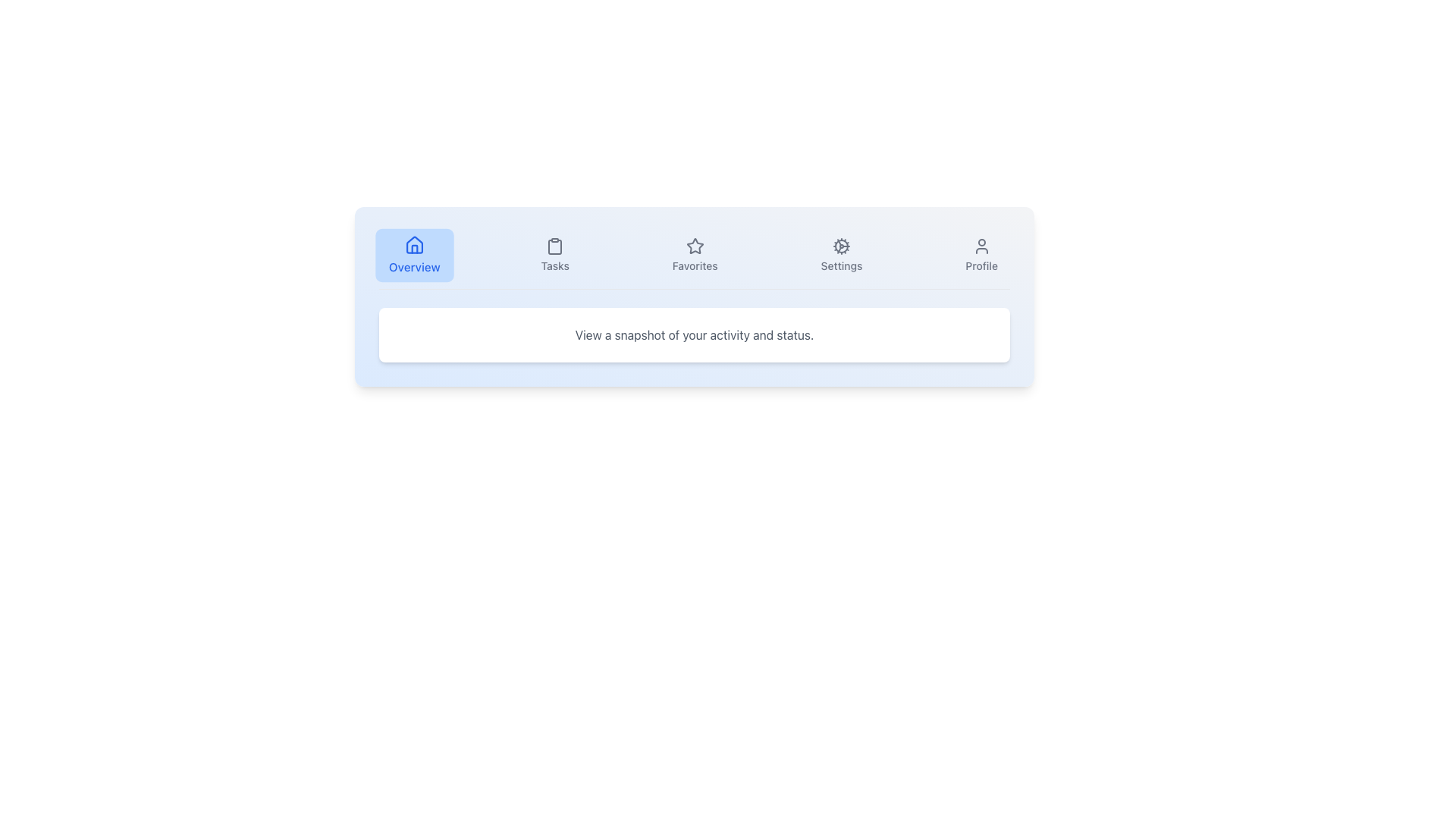  Describe the element at coordinates (841, 245) in the screenshot. I see `the settings icon located in the middle of the 'Settings' button in the horizontal menu bar` at that location.